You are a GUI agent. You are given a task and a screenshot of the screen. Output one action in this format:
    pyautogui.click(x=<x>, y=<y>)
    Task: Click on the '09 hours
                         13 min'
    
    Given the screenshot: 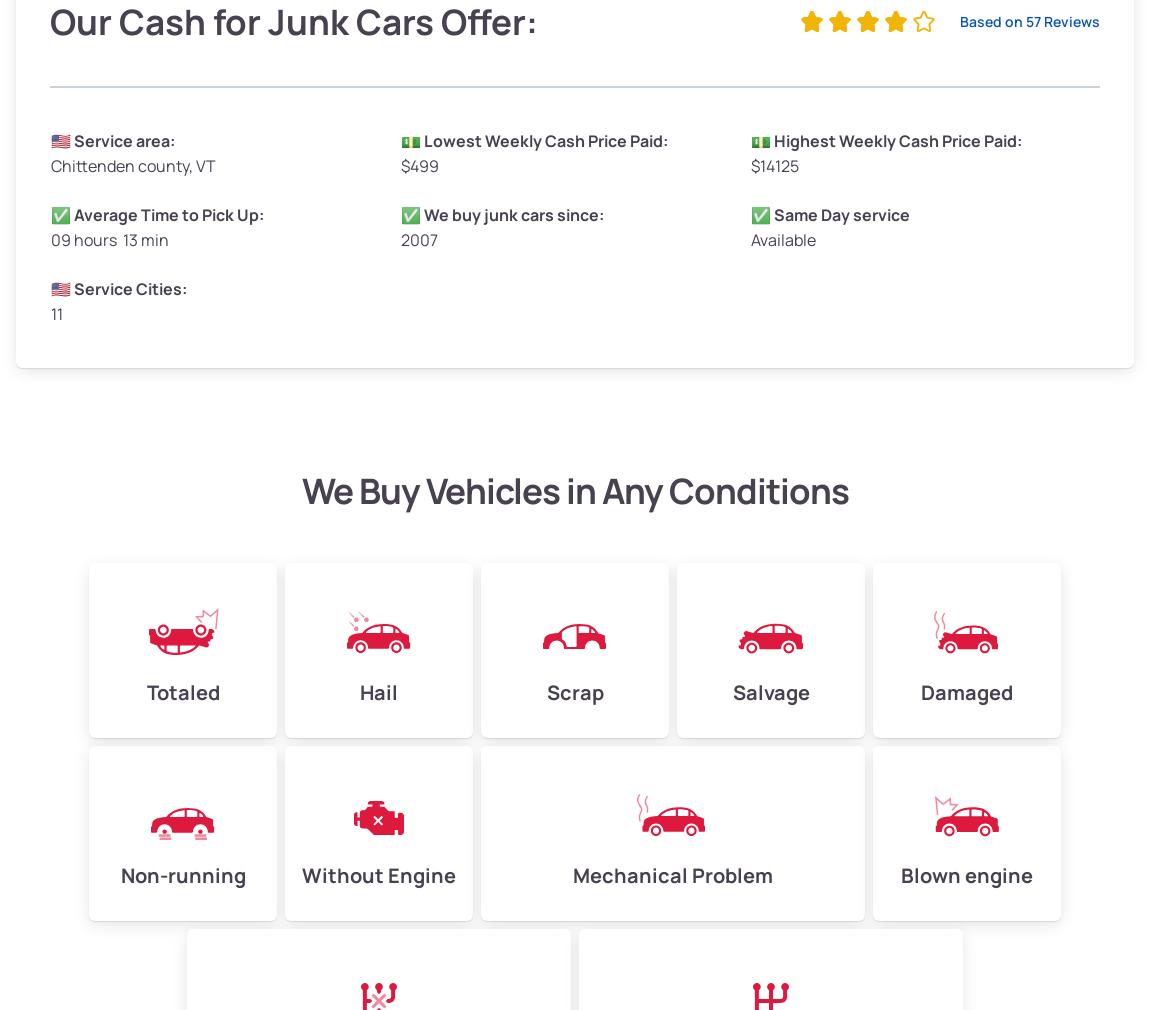 What is the action you would take?
    pyautogui.click(x=109, y=237)
    